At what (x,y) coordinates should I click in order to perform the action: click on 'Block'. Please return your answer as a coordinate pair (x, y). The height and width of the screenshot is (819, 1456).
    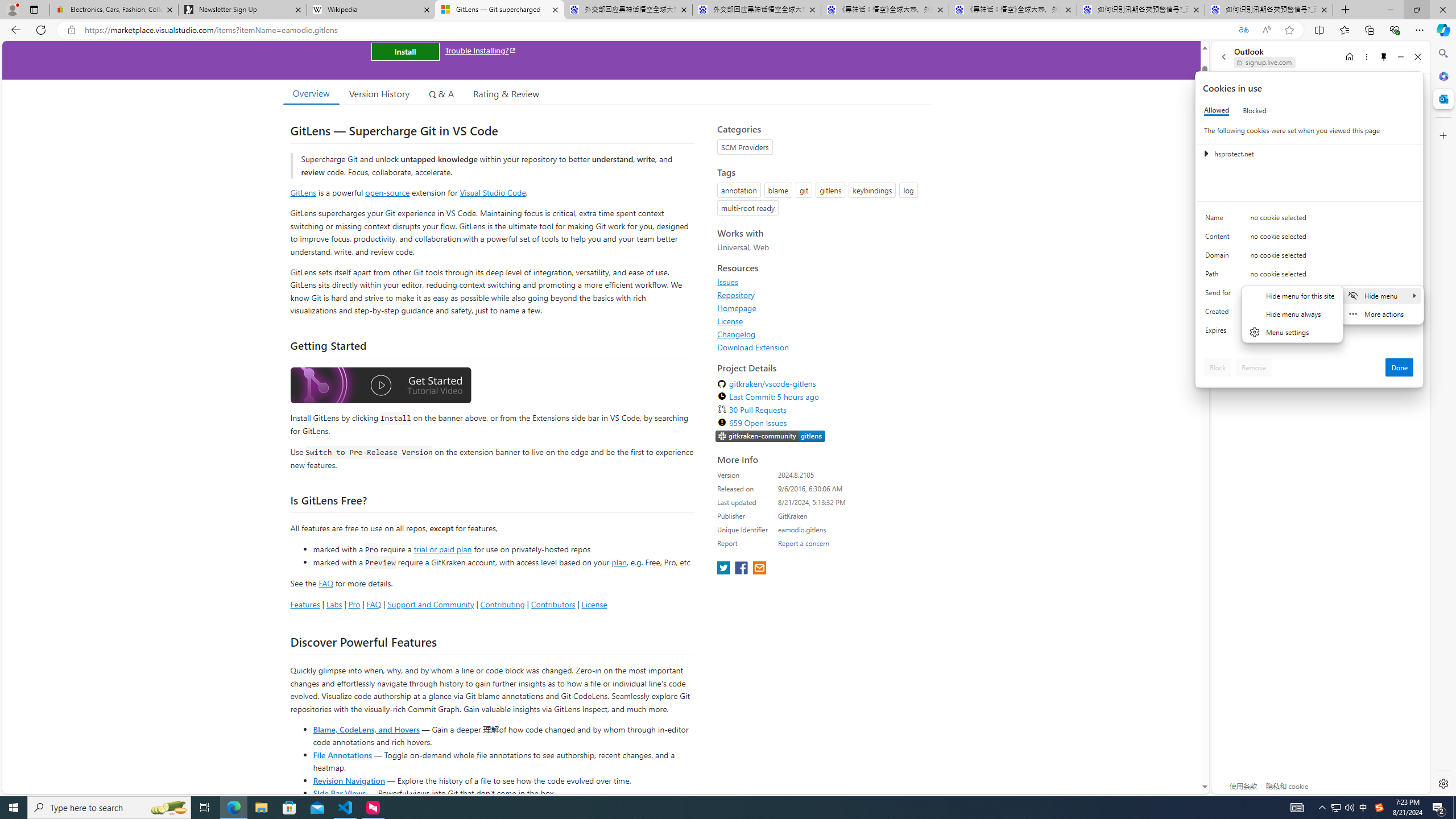
    Looking at the image, I should click on (1217, 367).